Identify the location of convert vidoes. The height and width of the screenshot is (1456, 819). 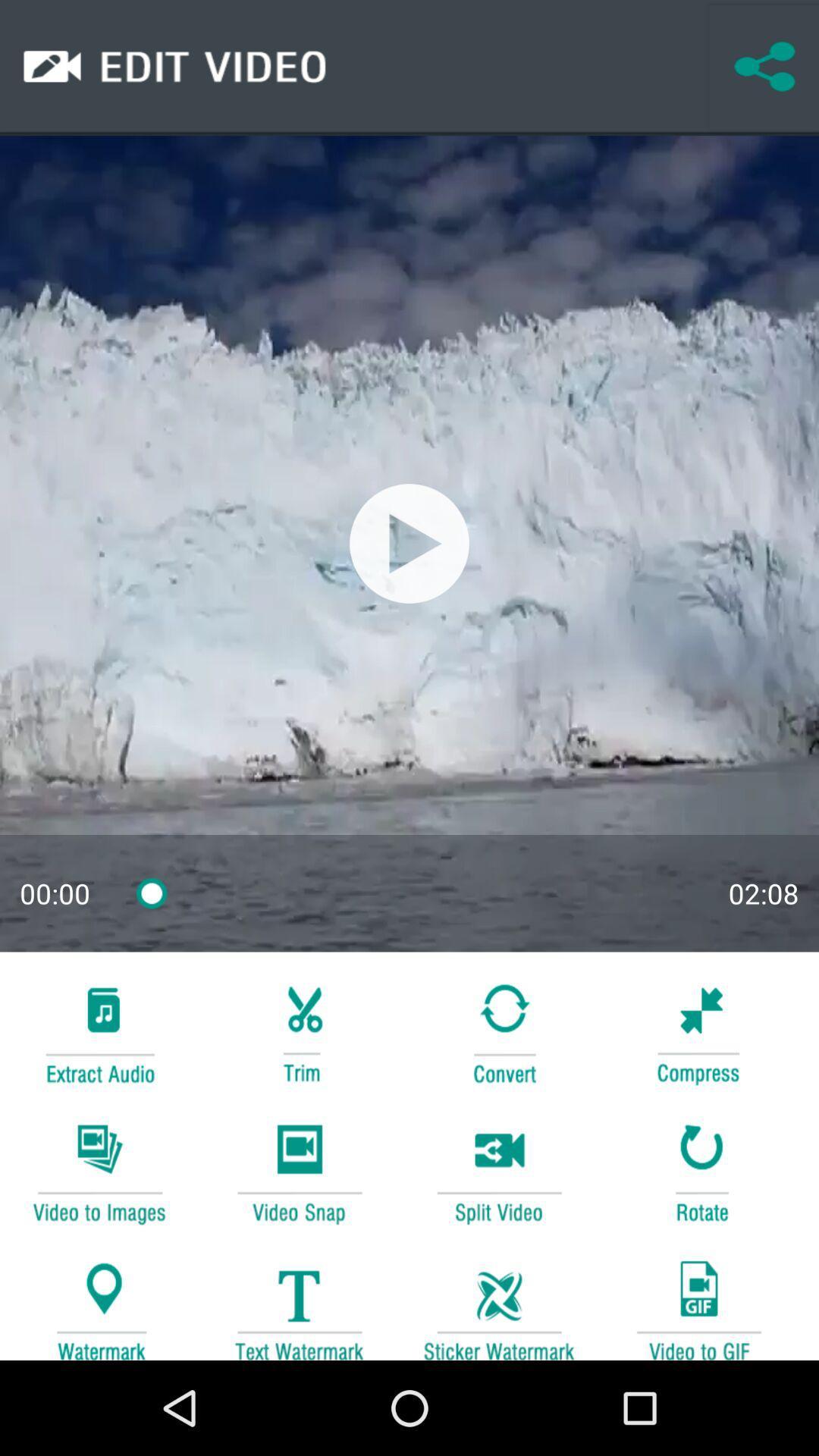
(99, 1171).